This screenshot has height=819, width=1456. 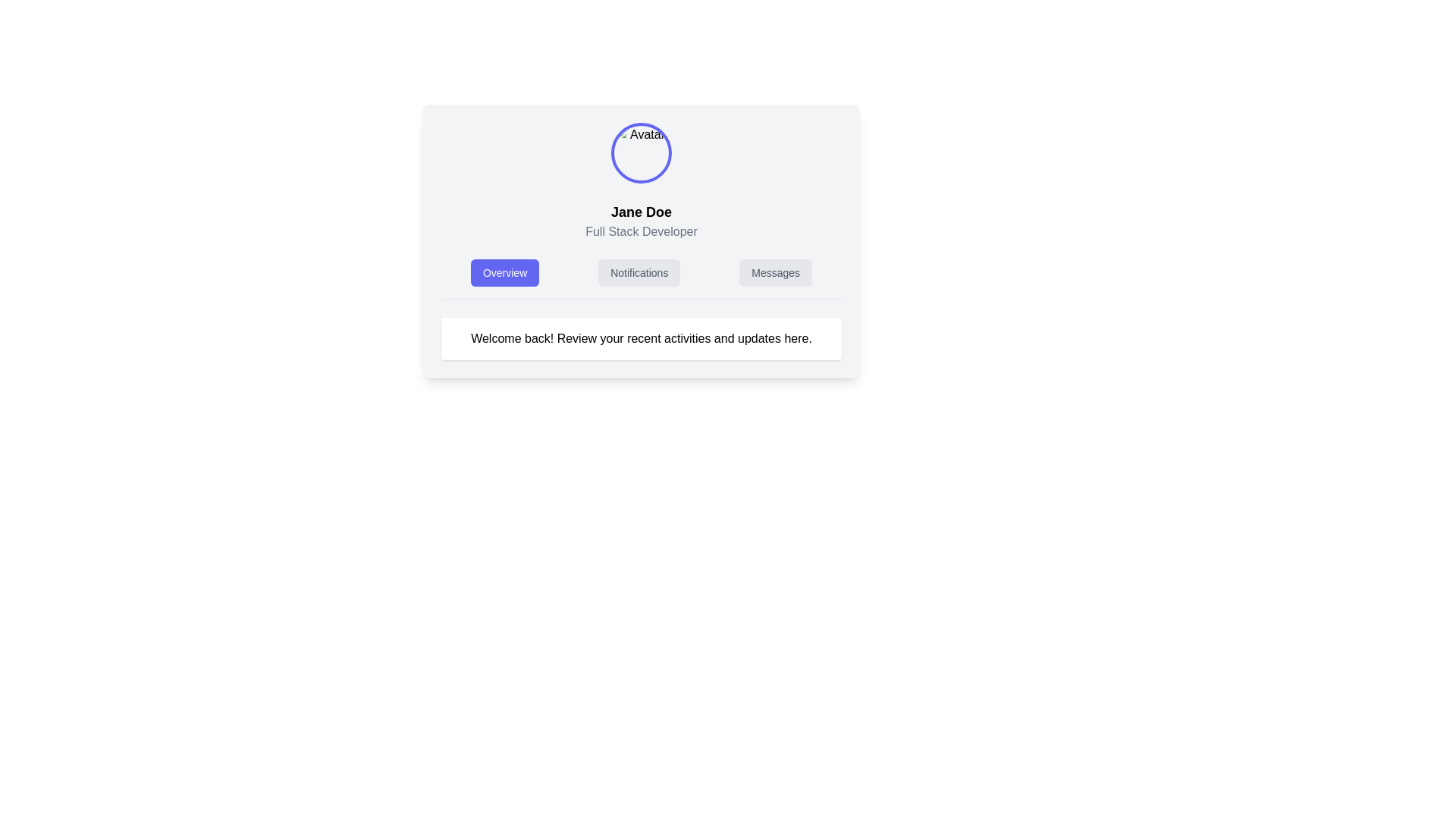 What do you see at coordinates (641, 152) in the screenshot?
I see `the details of the circular image element with a blue border labeled 'Avatar', which is centrally aligned above the 'Jane Doe' text` at bounding box center [641, 152].